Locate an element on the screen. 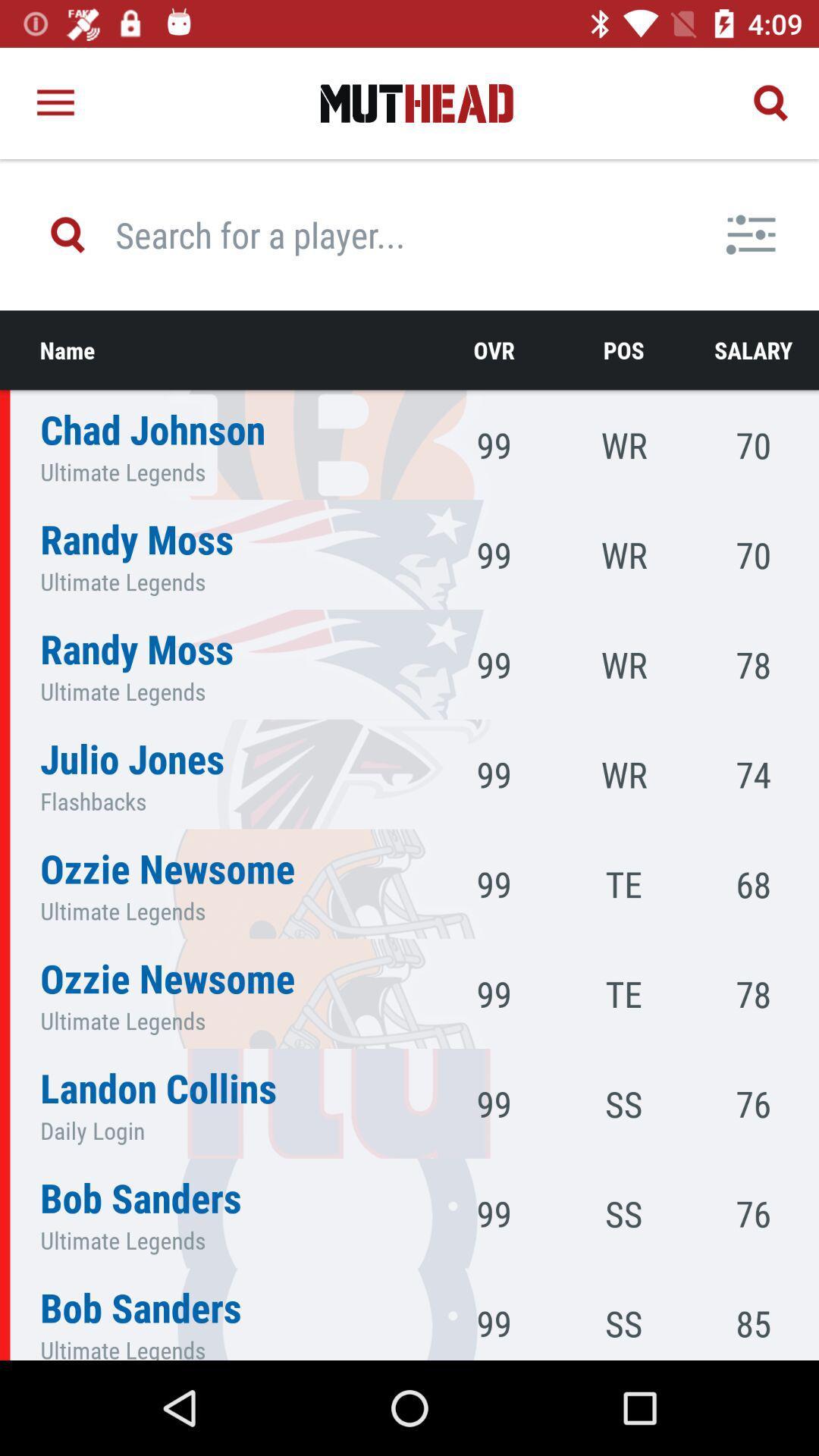  the sliders icon is located at coordinates (751, 234).